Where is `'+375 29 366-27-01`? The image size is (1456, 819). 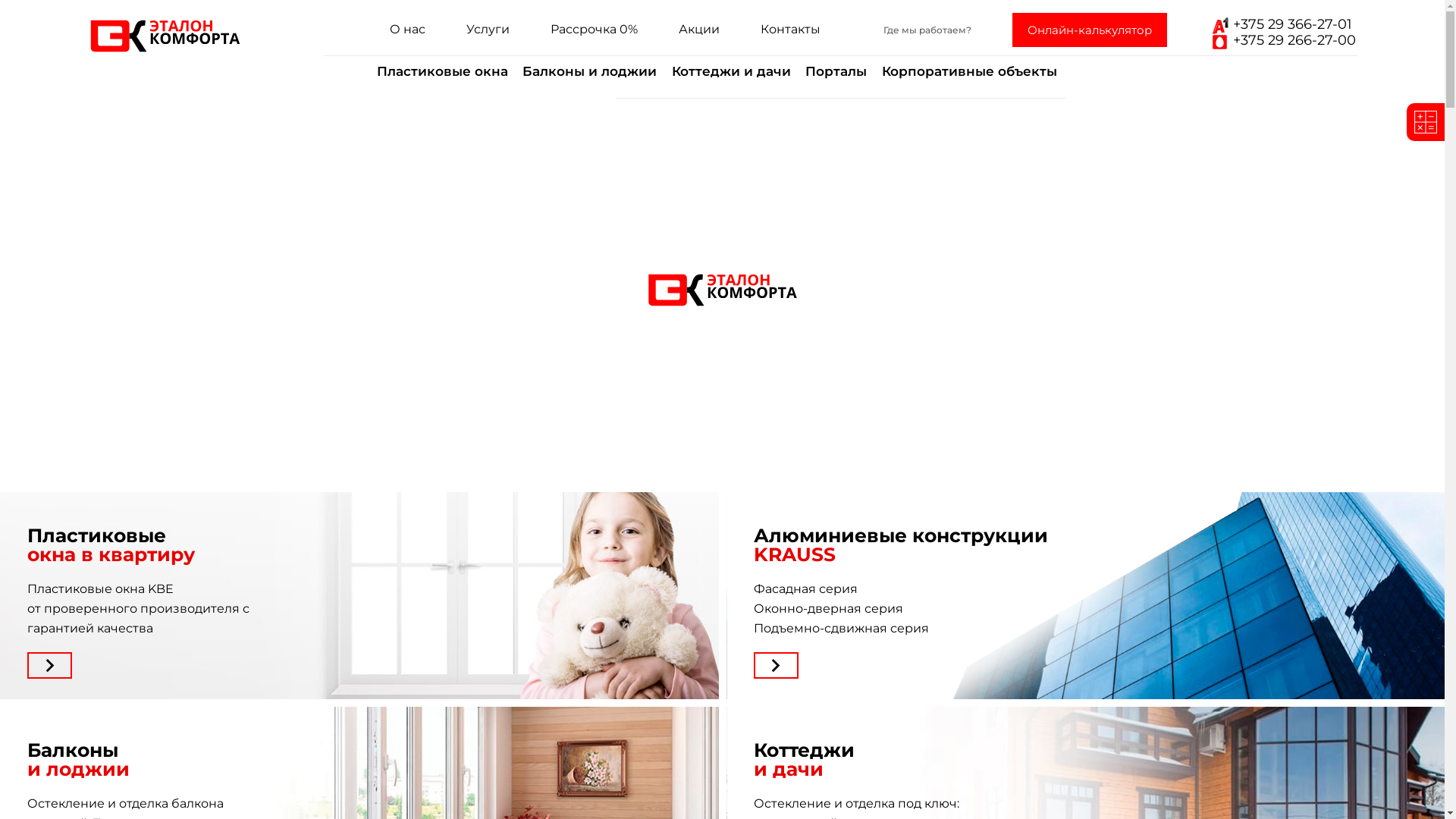 '+375 29 366-27-01 is located at coordinates (1280, 33).